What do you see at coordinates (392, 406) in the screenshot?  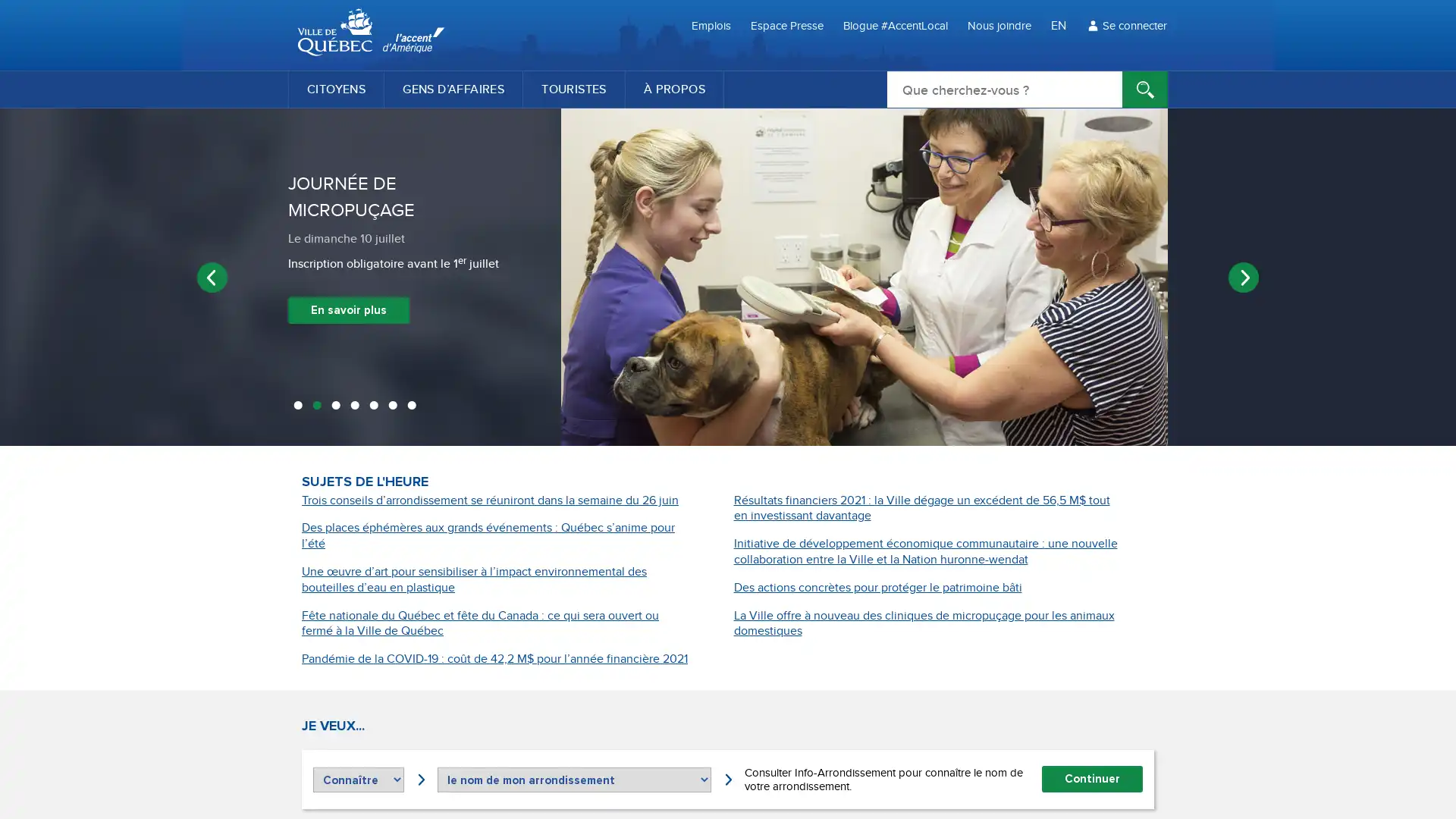 I see `Diapositive numero 6` at bounding box center [392, 406].